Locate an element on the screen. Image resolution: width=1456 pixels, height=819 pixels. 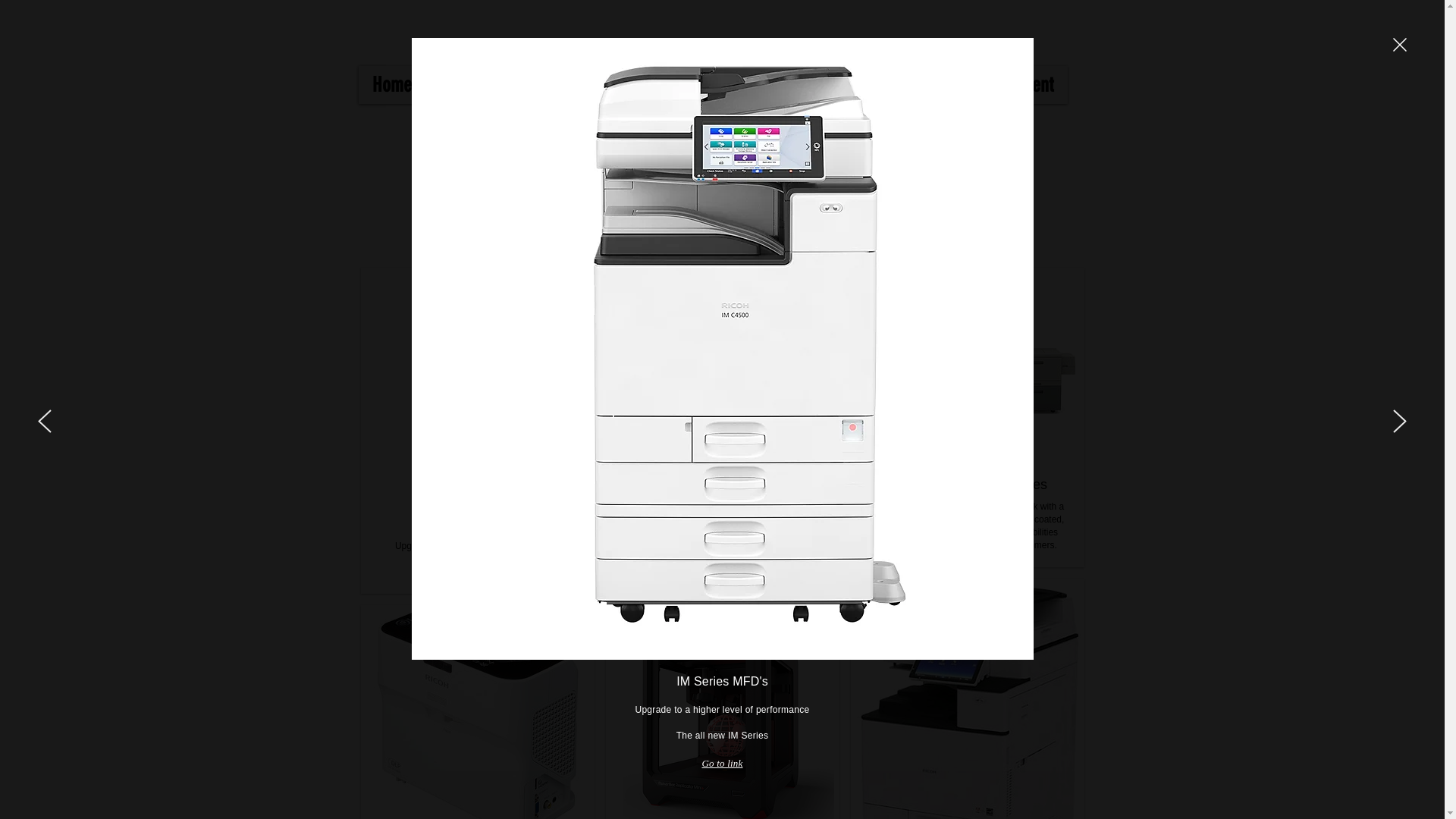
'Book A Service' is located at coordinates (889, 84).